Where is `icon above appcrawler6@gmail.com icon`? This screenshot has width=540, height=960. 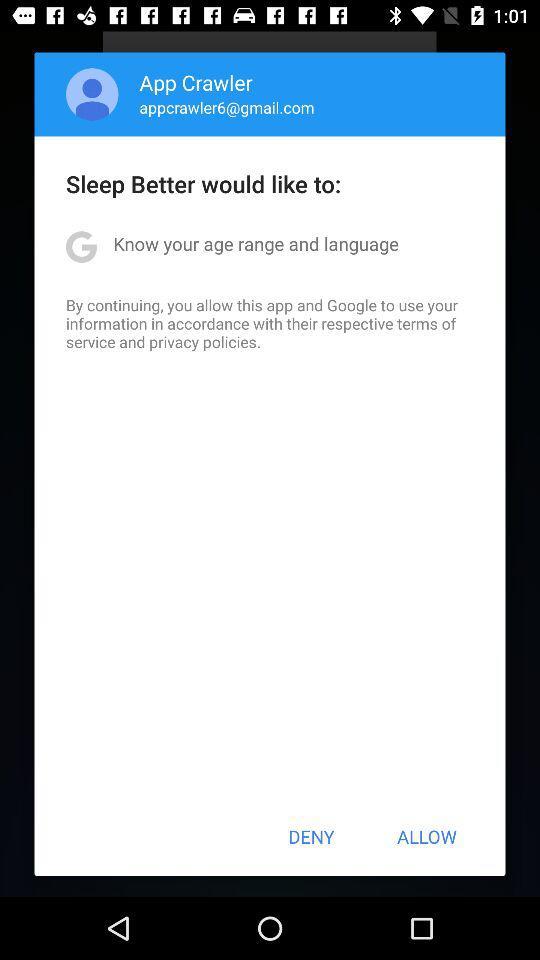 icon above appcrawler6@gmail.com icon is located at coordinates (196, 82).